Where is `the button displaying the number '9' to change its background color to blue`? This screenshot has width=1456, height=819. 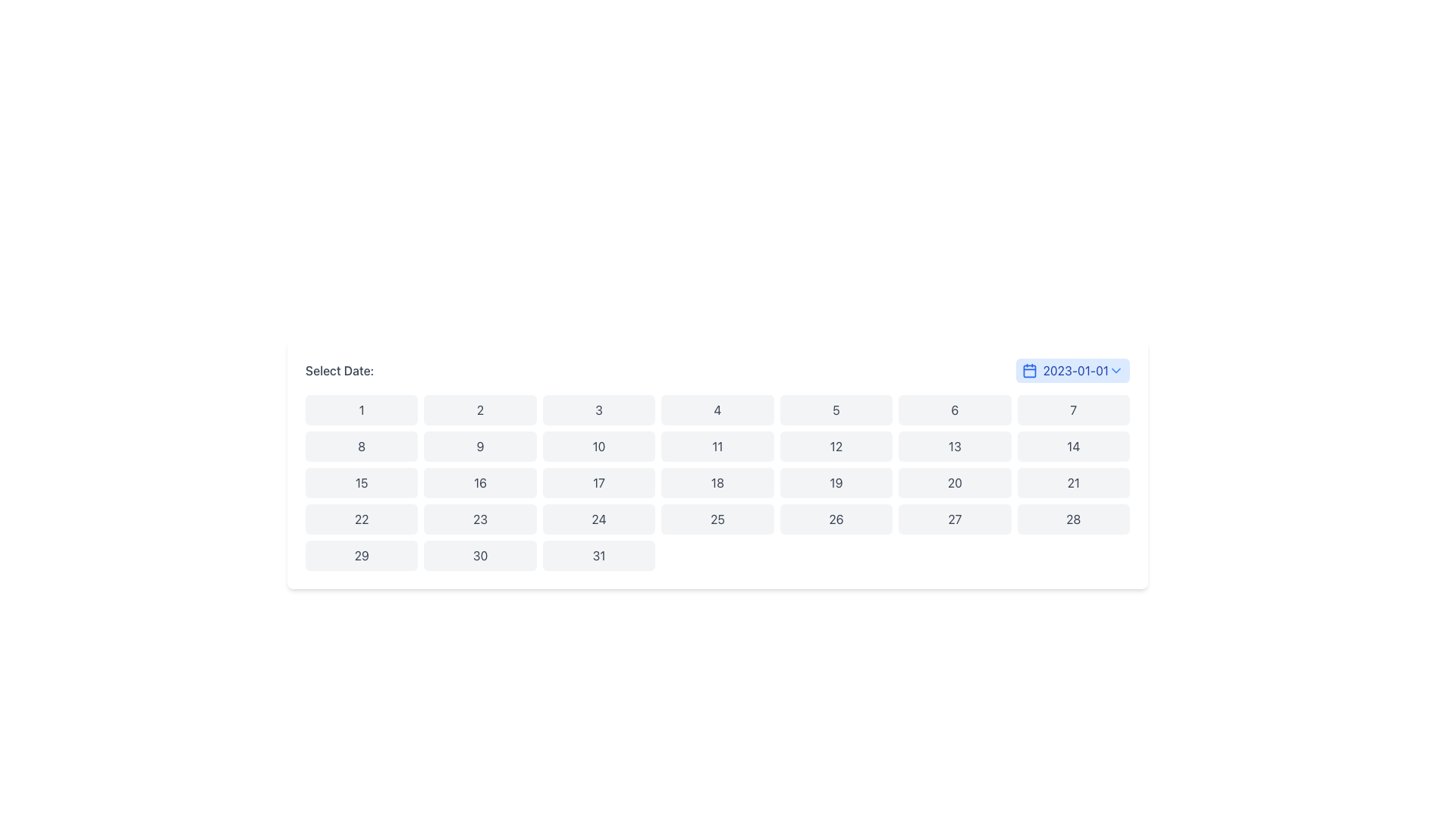
the button displaying the number '9' to change its background color to blue is located at coordinates (479, 446).